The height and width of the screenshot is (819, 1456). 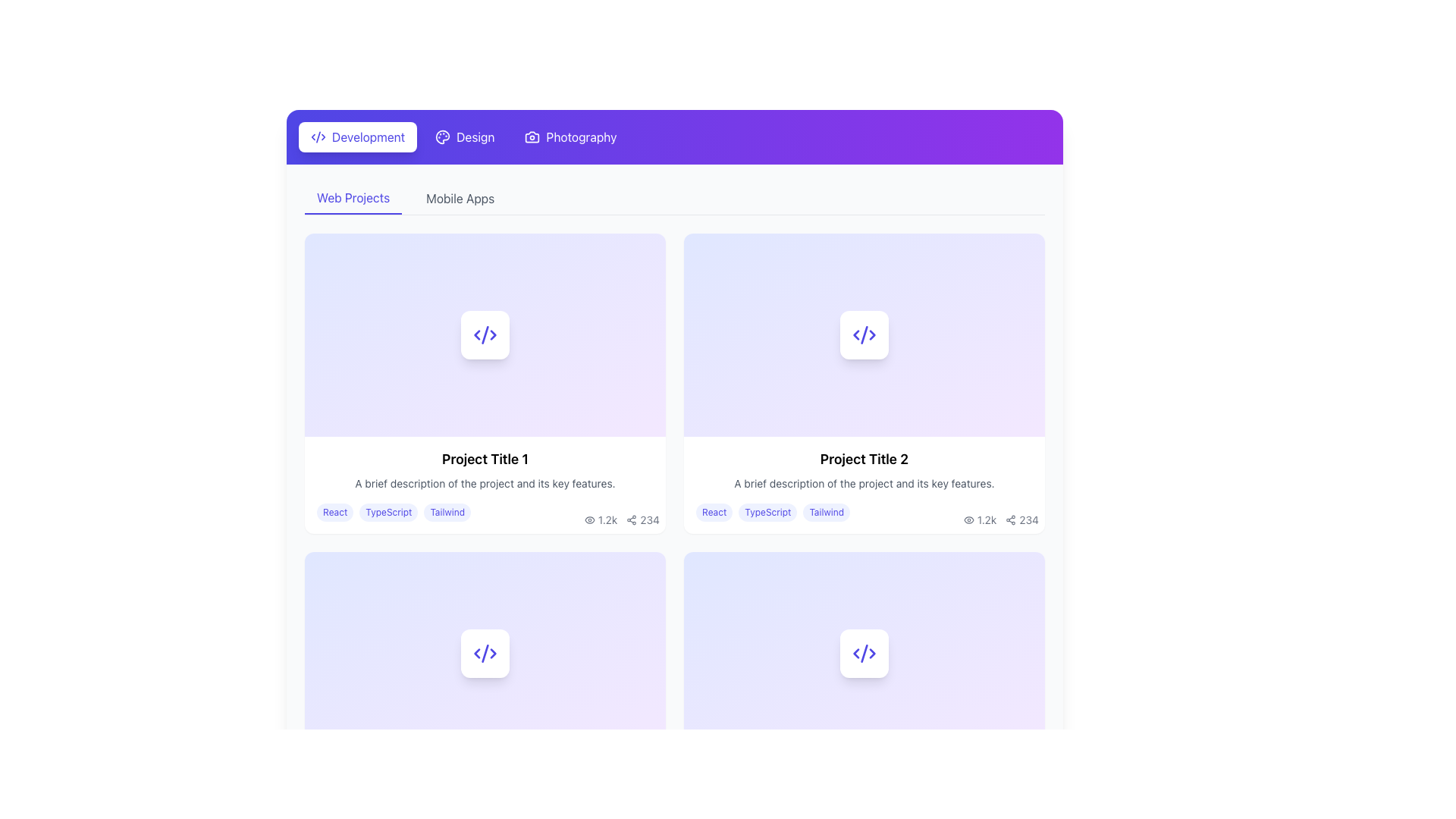 I want to click on the indigo coding symbol icon with two arrows and a diagonal stroke, located in the center of the card labeled 'Project Title 2', so click(x=864, y=333).